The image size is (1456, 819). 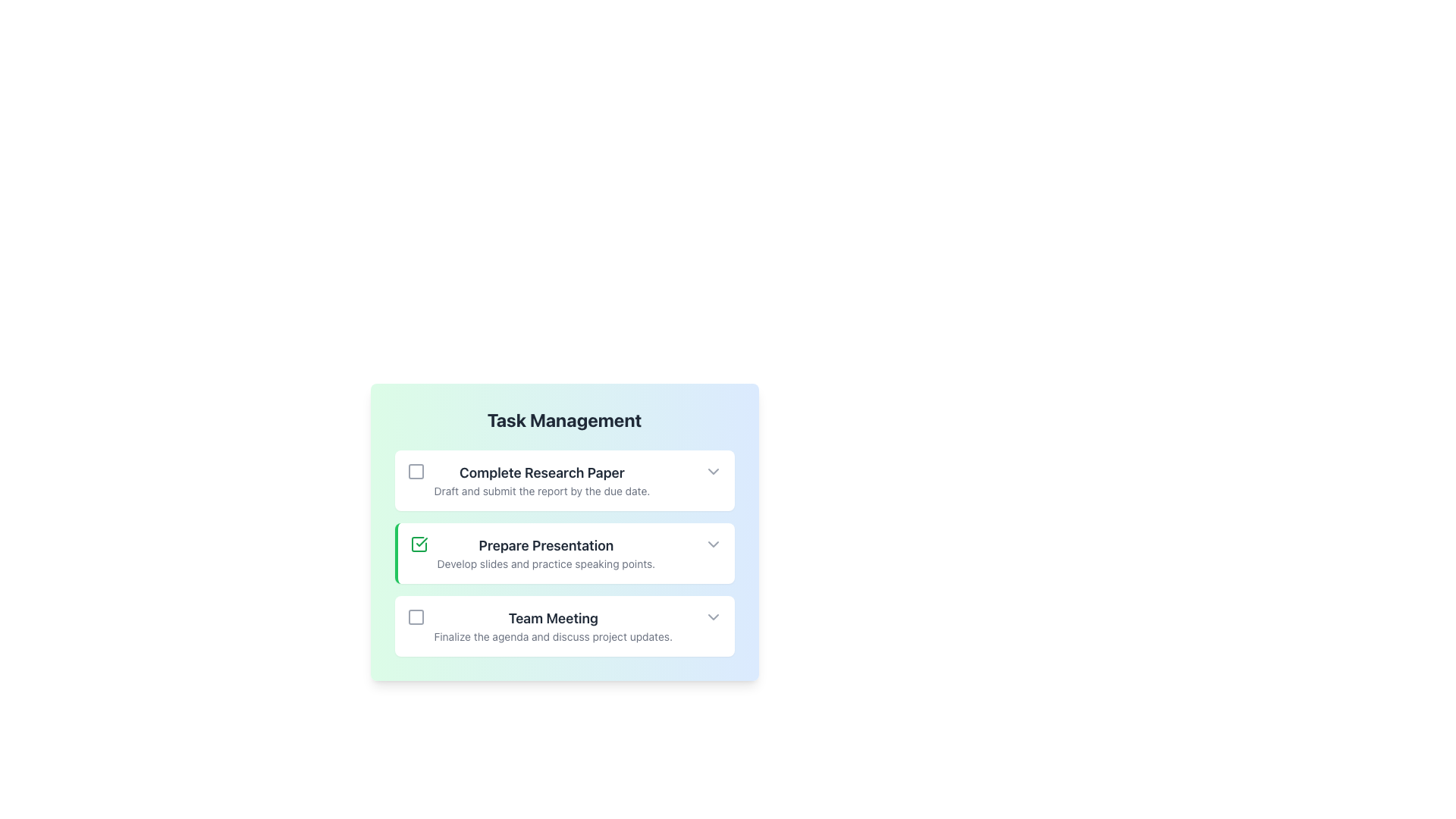 I want to click on the non-interactive descriptive text located beneath the title 'Complete Research Paper' in the 'Task Management' interface, so click(x=542, y=491).